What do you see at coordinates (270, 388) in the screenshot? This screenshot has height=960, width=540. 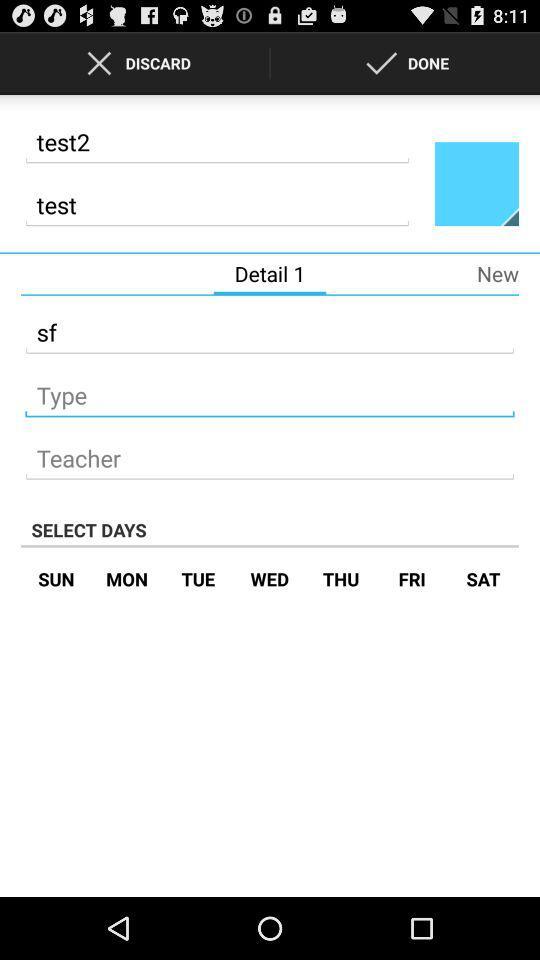 I see `shows empty dash` at bounding box center [270, 388].